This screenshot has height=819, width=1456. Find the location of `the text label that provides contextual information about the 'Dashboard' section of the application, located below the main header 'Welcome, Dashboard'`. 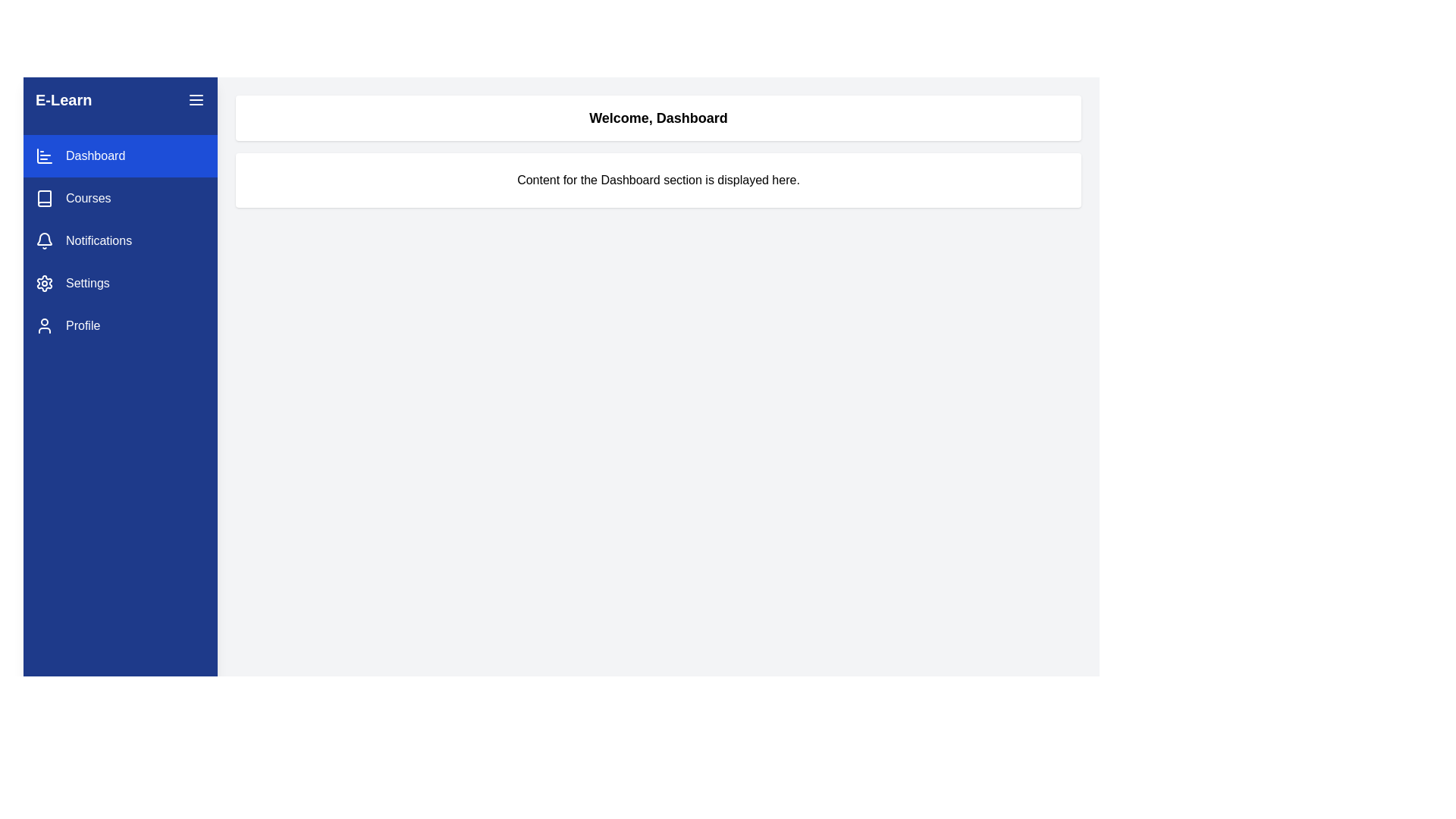

the text label that provides contextual information about the 'Dashboard' section of the application, located below the main header 'Welcome, Dashboard' is located at coordinates (658, 180).